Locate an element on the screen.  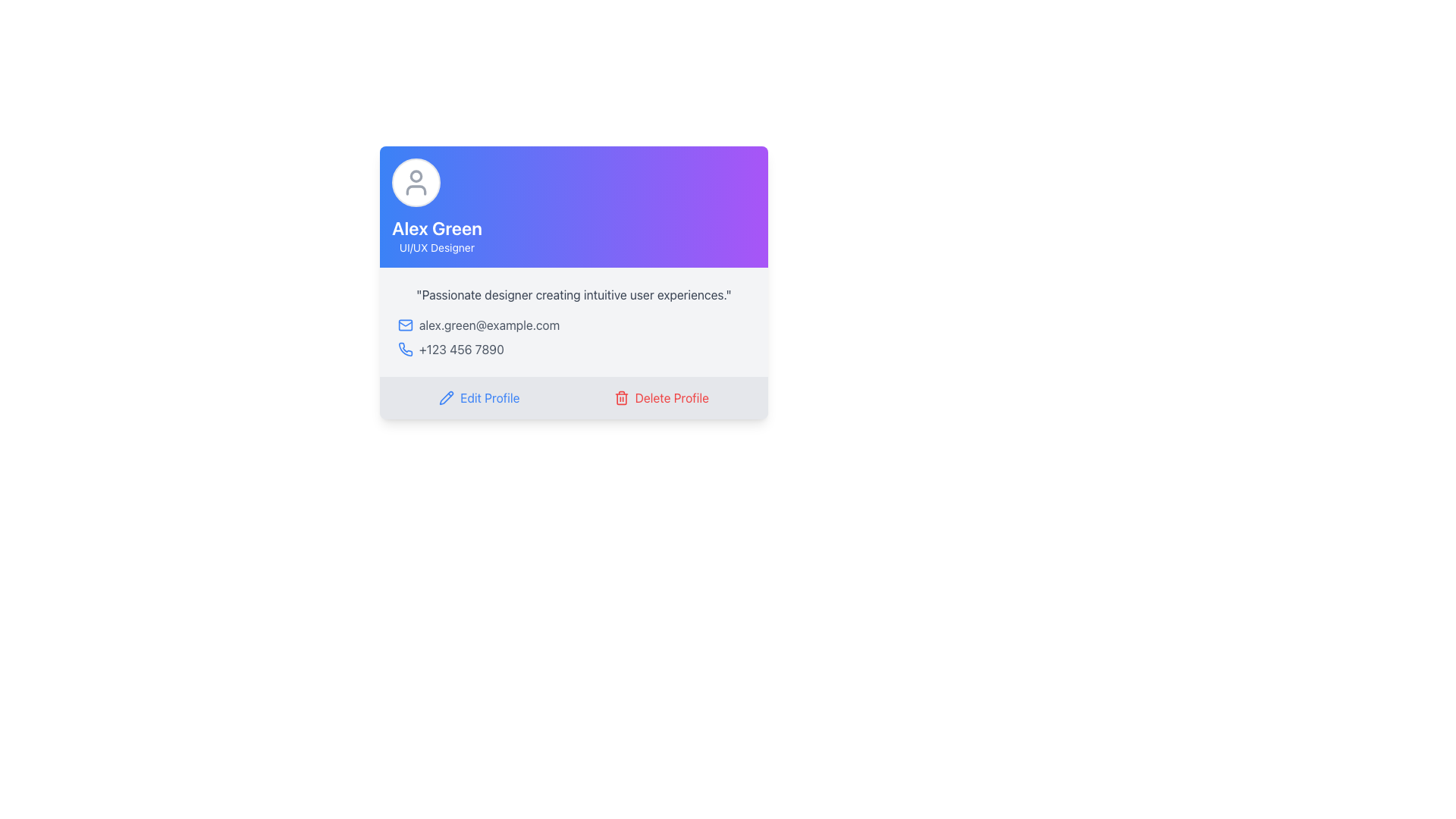
the text 'Alex Green' displayed prominently at the top of the card-like interface, which is styled with white text on a gradient blue-purple background is located at coordinates (436, 227).